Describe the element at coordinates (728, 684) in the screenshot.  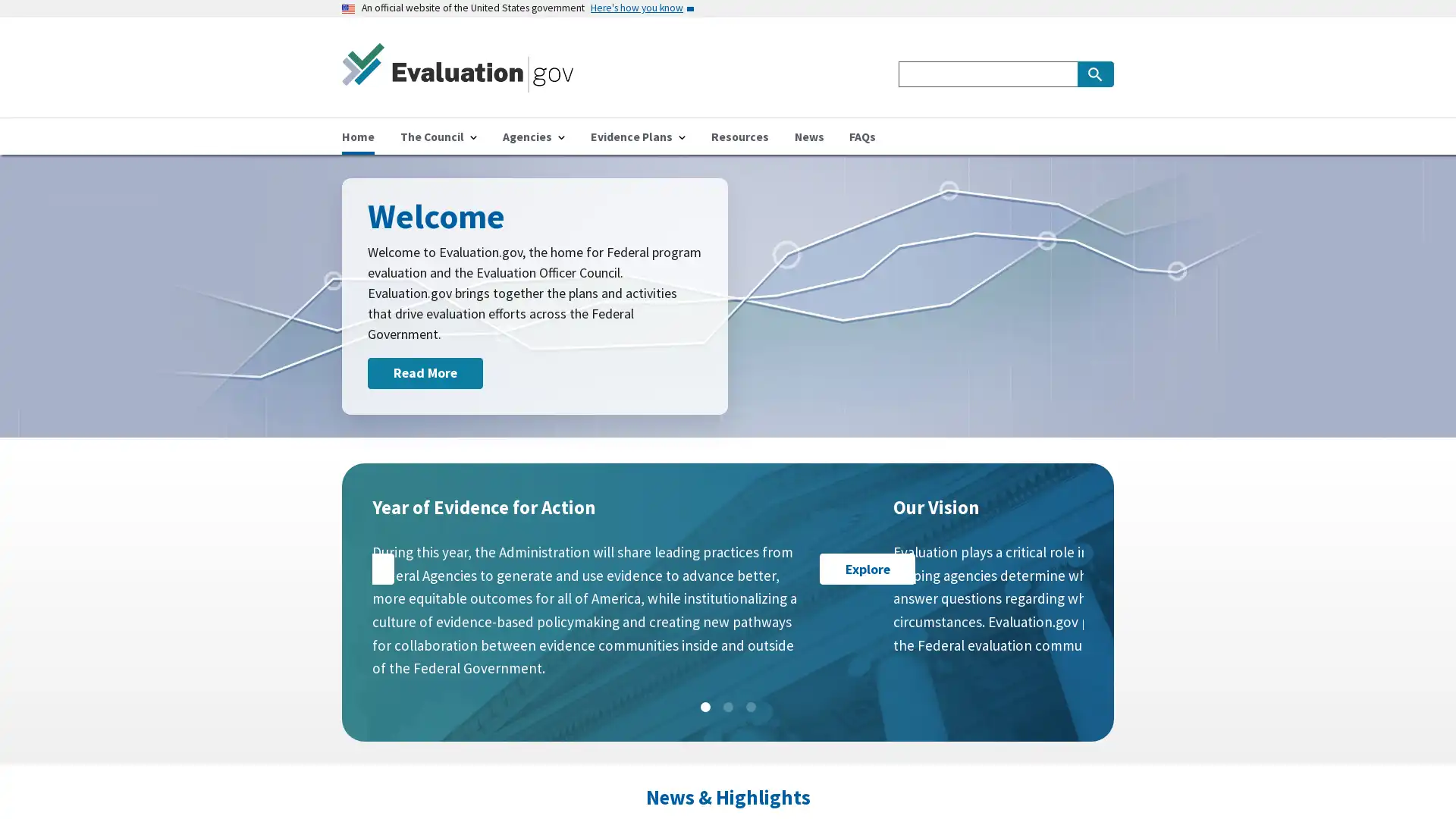
I see `Slide: 2` at that location.